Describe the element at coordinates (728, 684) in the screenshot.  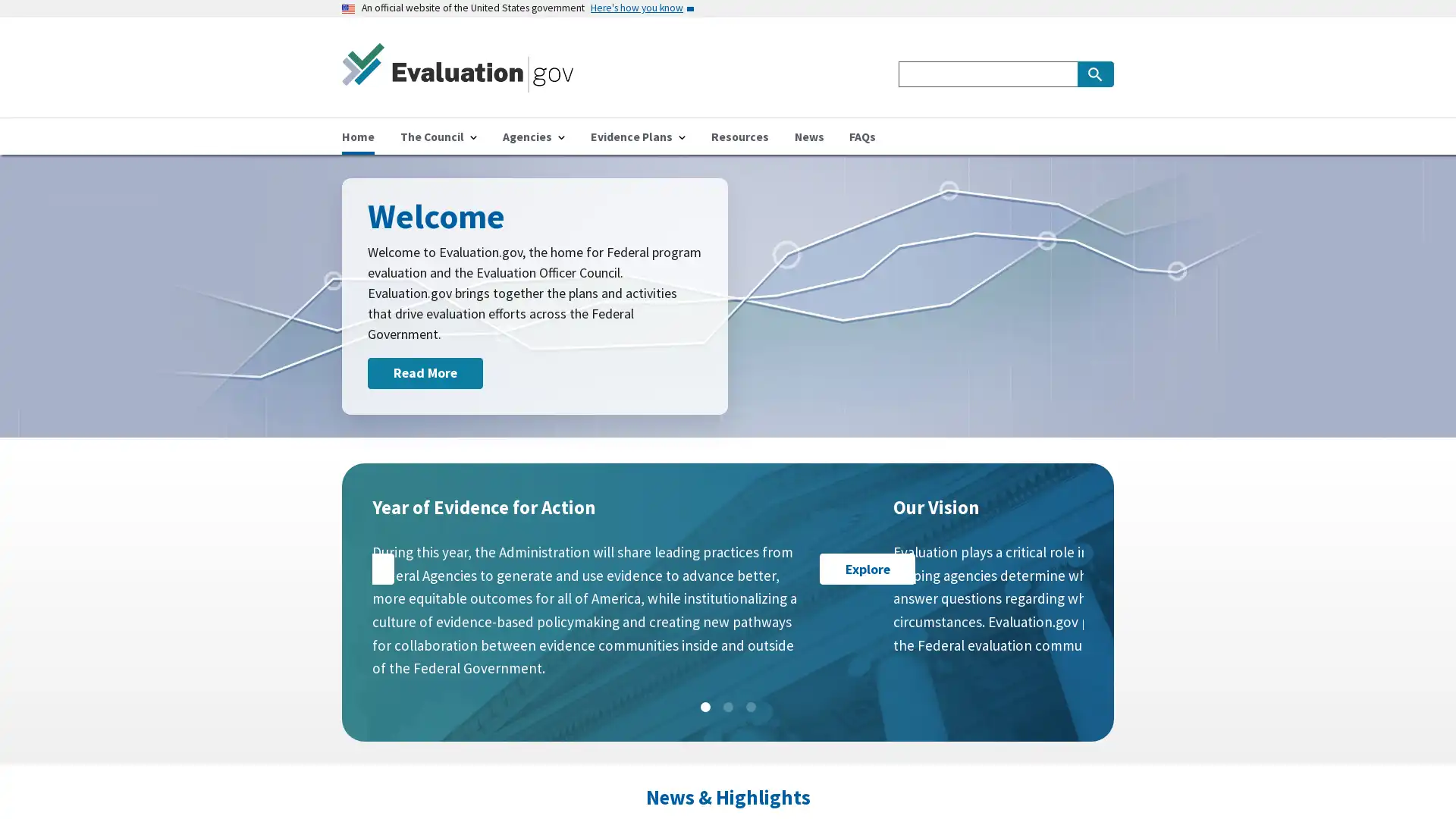
I see `Slide: 2` at that location.